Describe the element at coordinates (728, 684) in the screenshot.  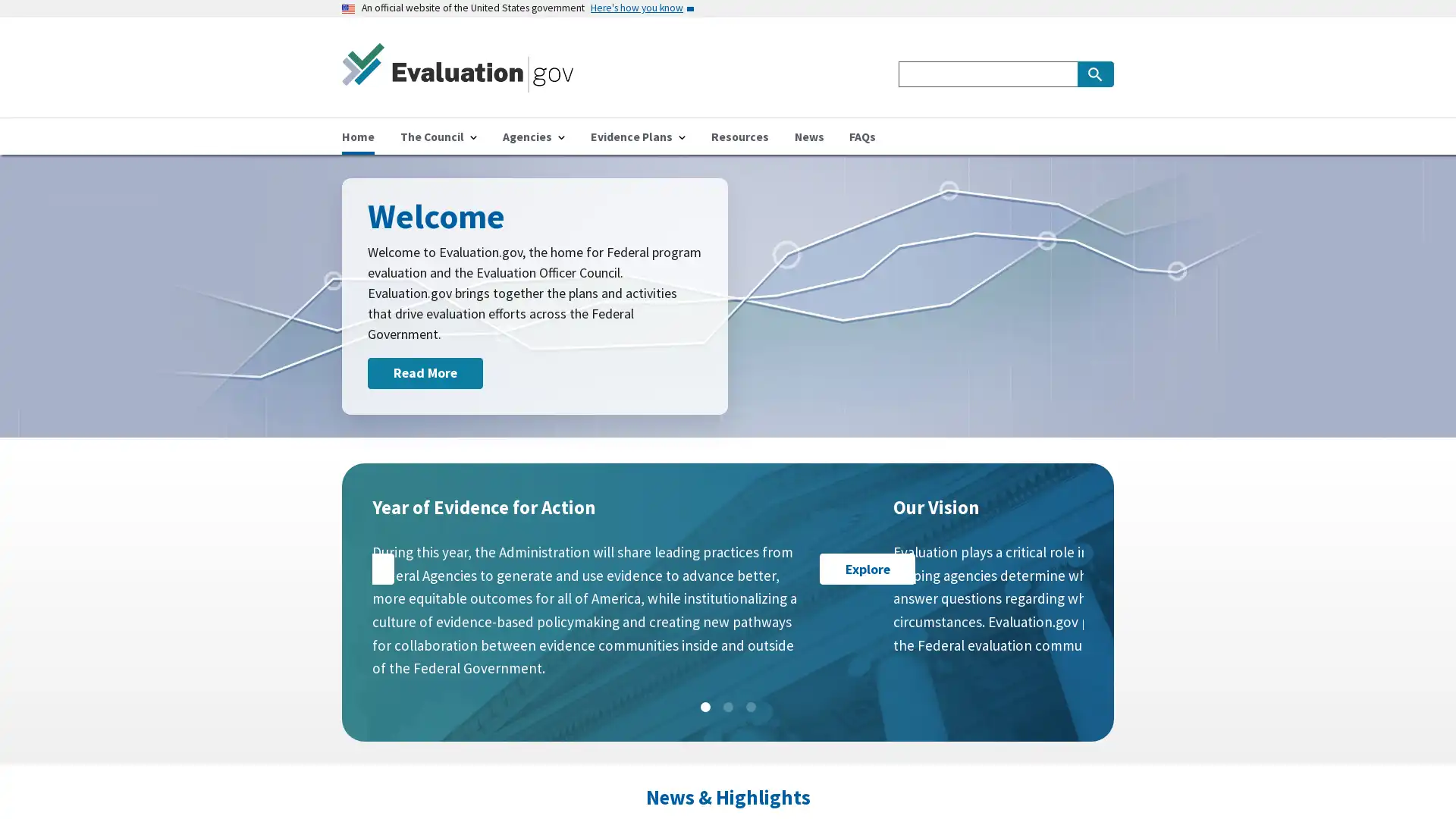
I see `Slide: 2` at that location.